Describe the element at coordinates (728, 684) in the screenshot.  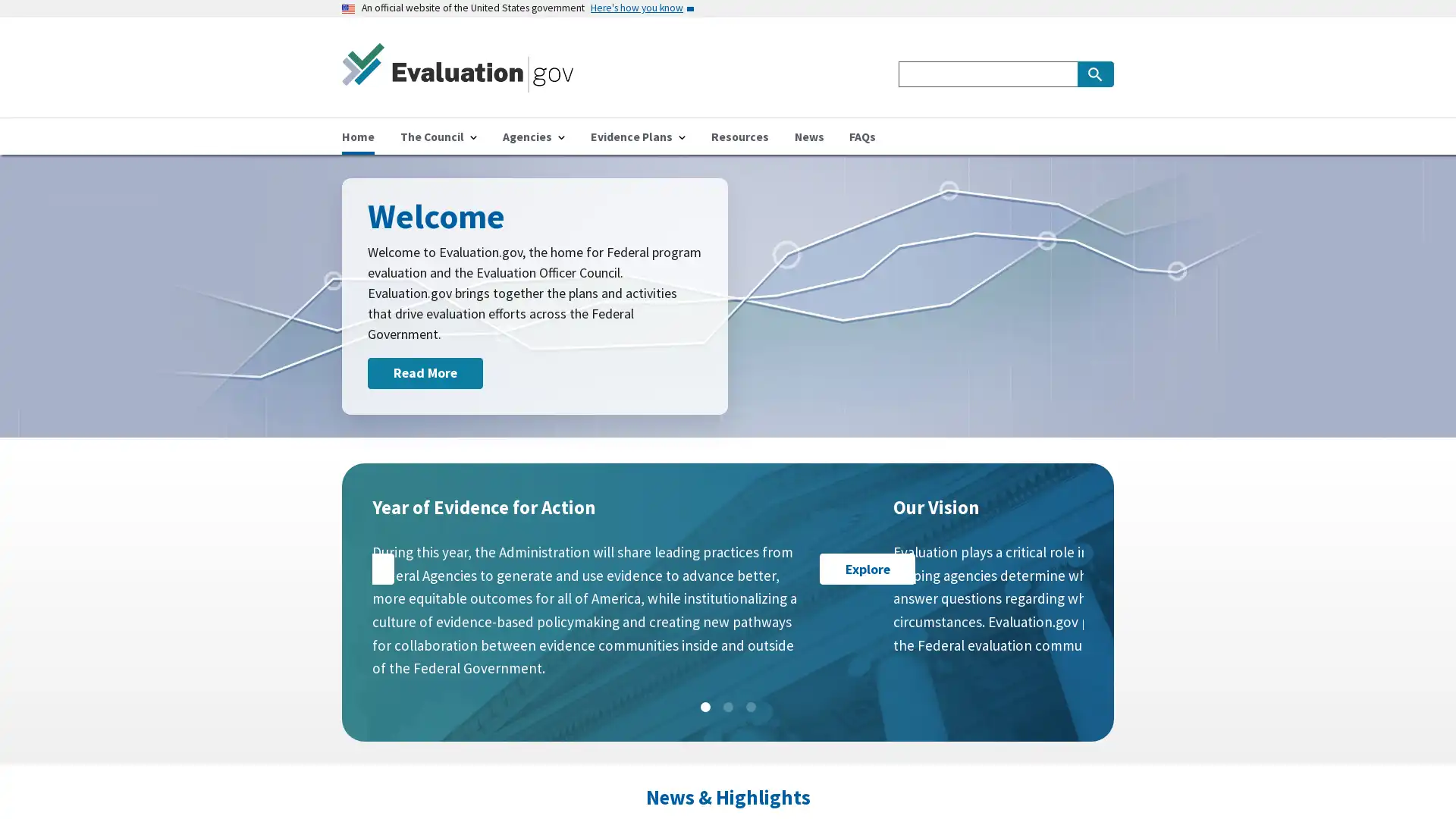
I see `Slide: 2` at that location.